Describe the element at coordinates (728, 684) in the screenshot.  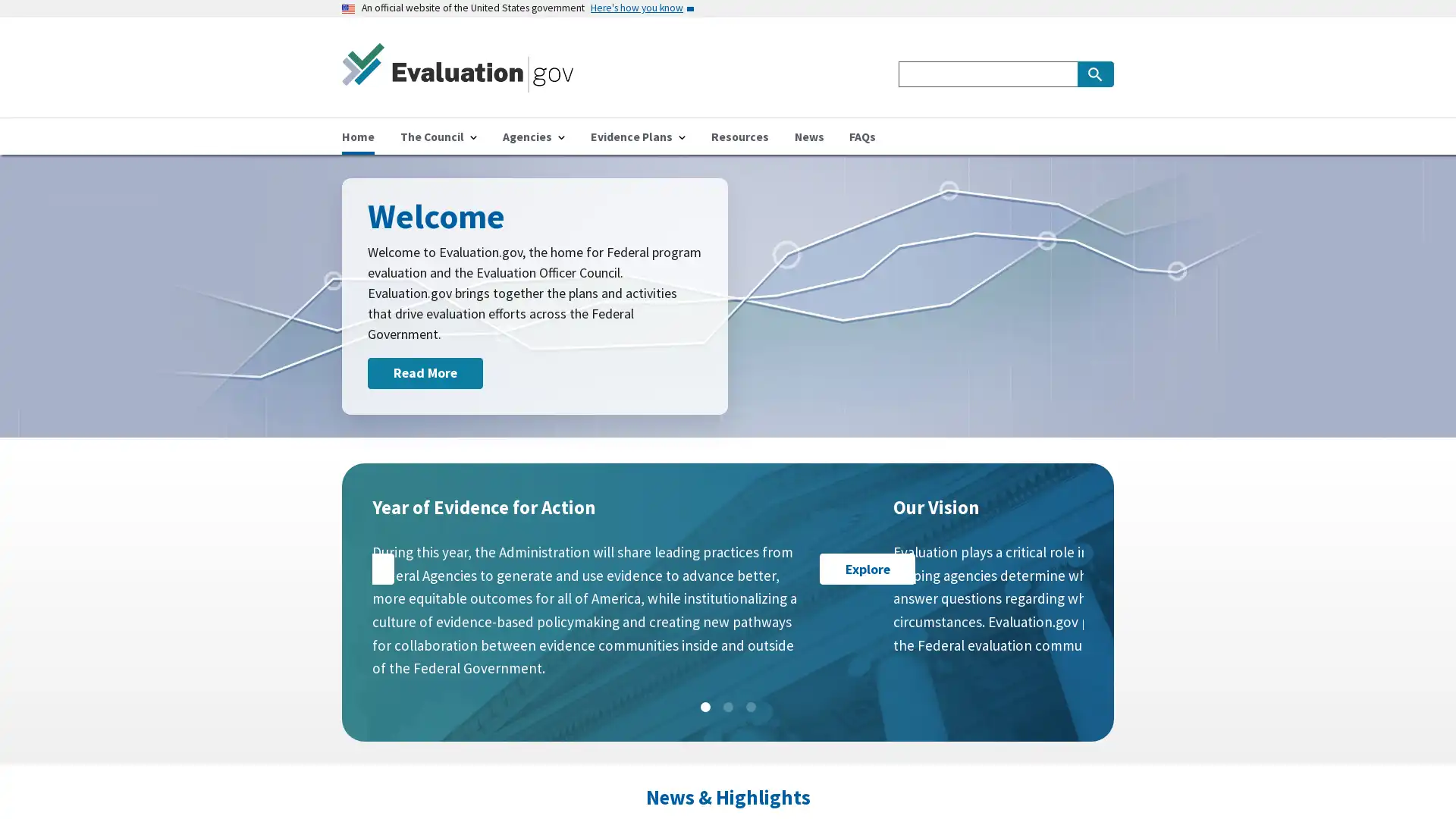
I see `Slide: 2` at that location.